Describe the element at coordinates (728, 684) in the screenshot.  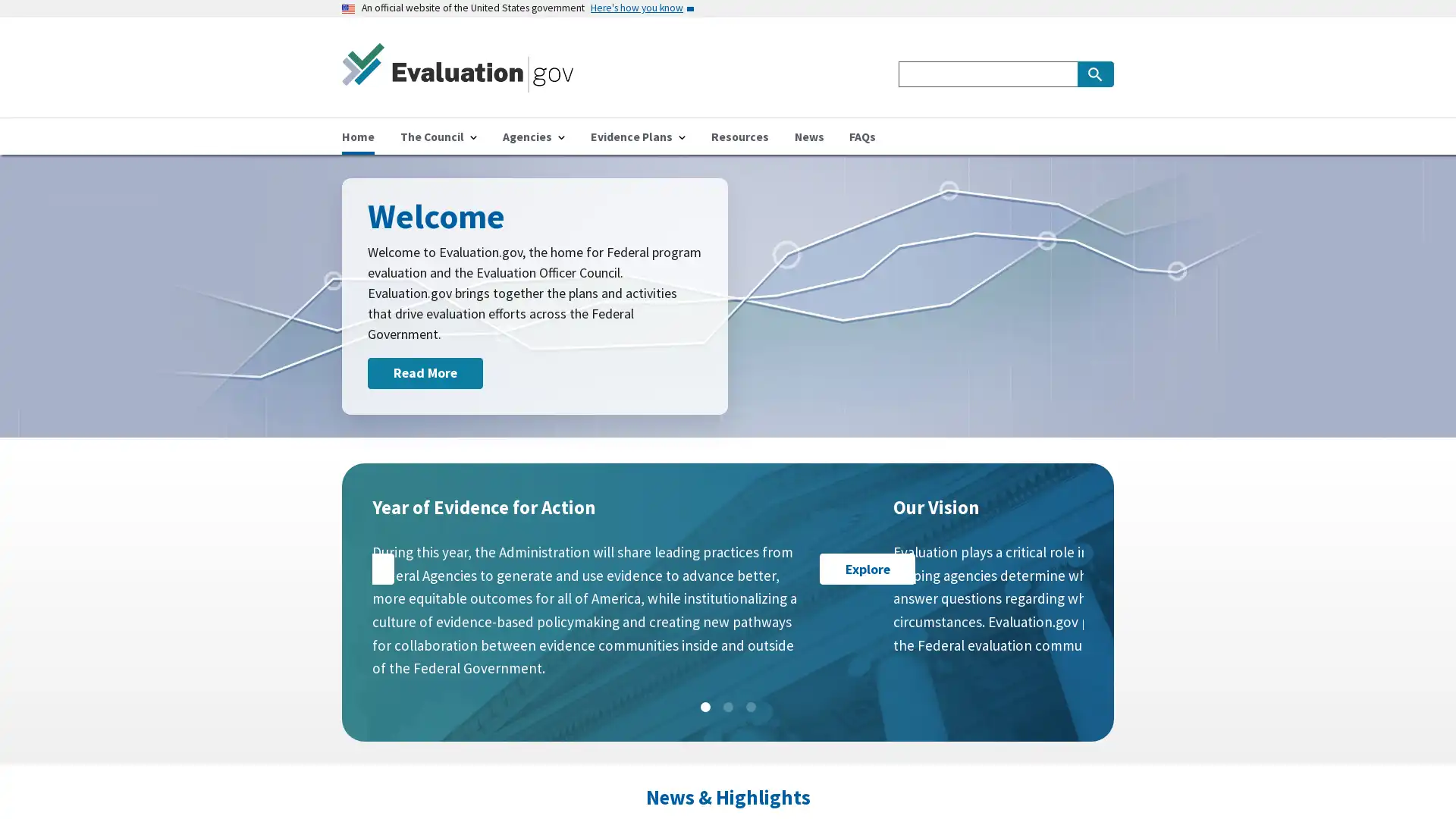
I see `Slide: 2` at that location.